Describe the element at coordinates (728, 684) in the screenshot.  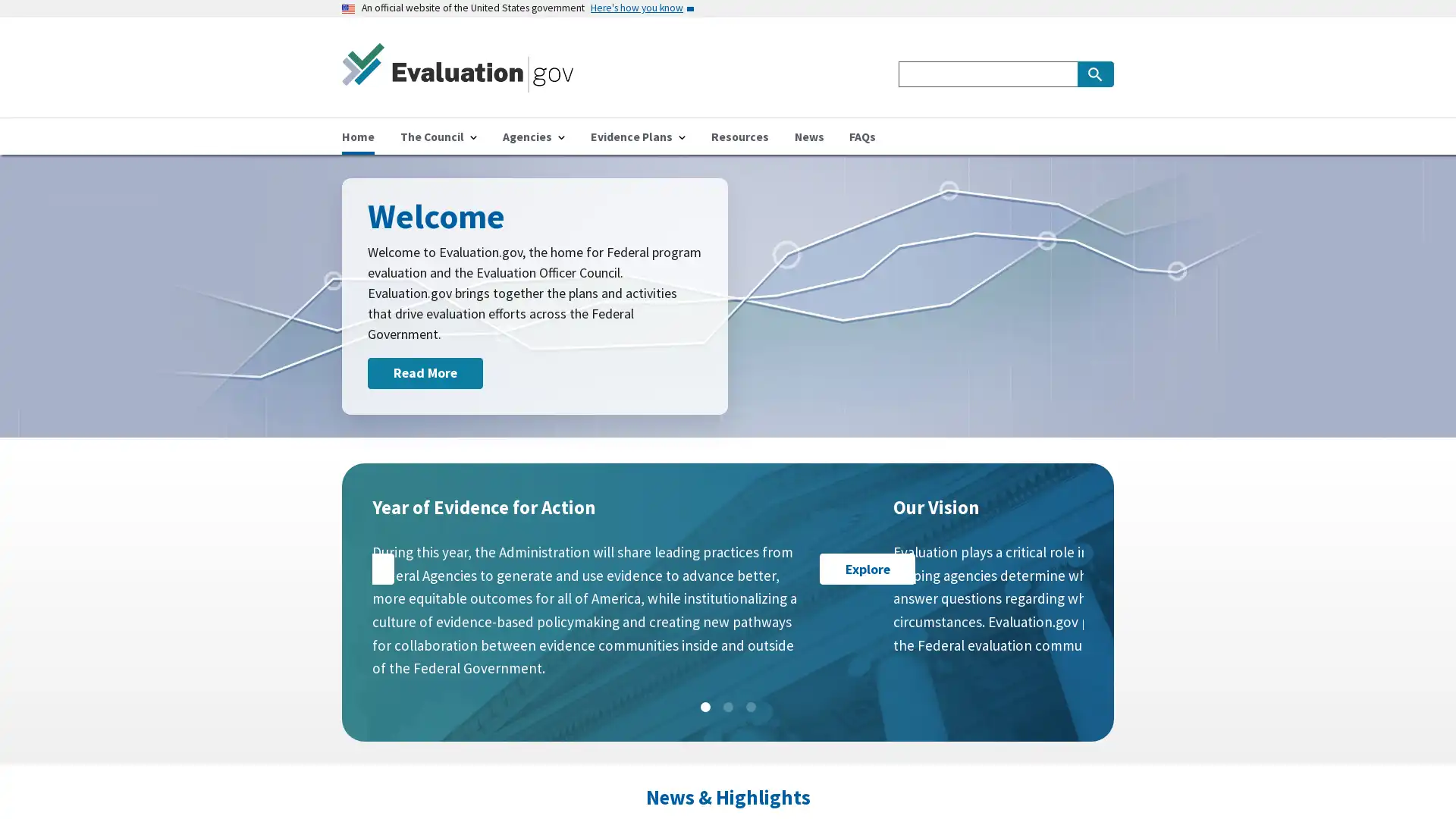
I see `Slide: 2` at that location.